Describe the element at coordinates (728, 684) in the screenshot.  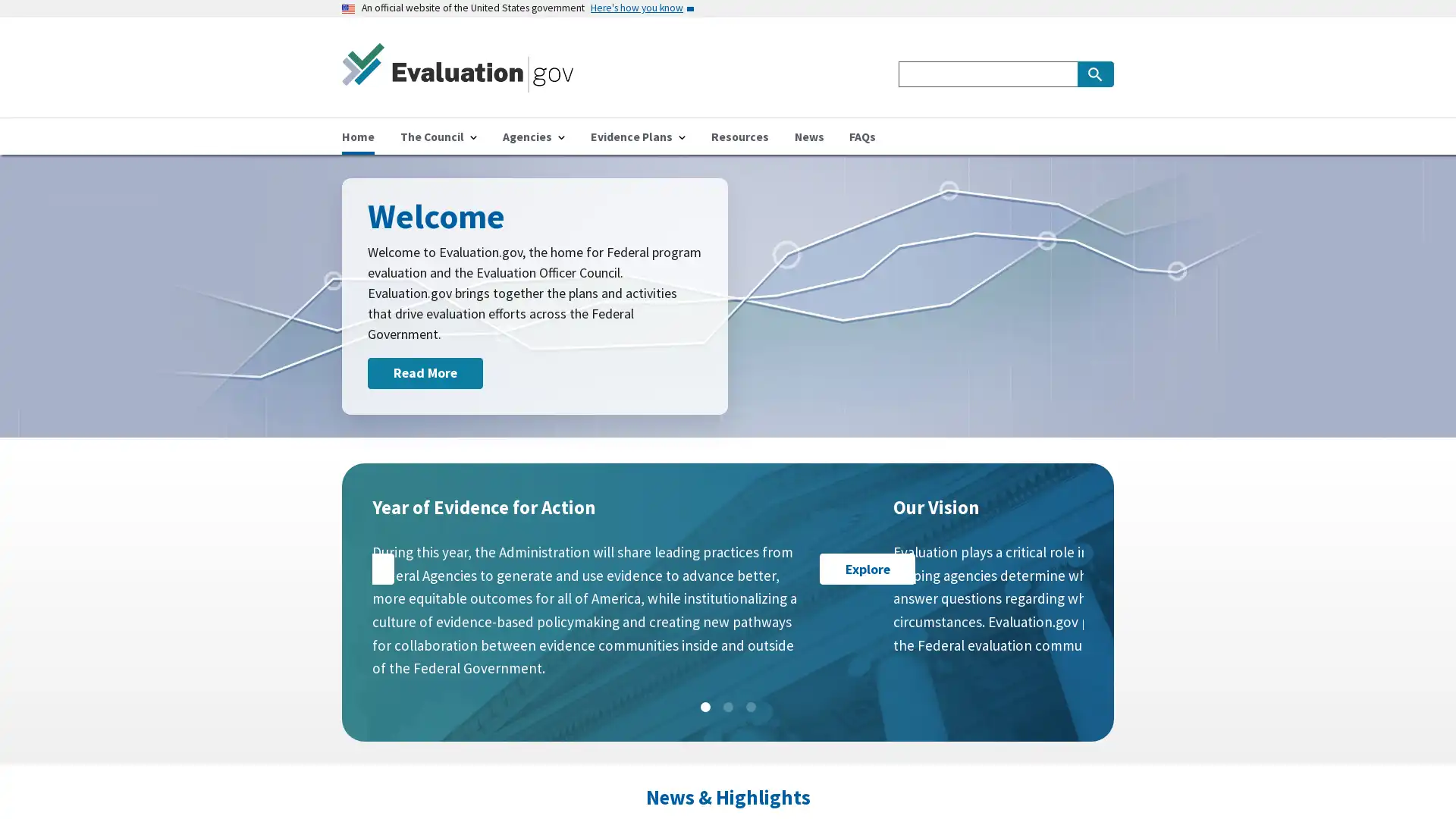
I see `Slide: 2` at that location.